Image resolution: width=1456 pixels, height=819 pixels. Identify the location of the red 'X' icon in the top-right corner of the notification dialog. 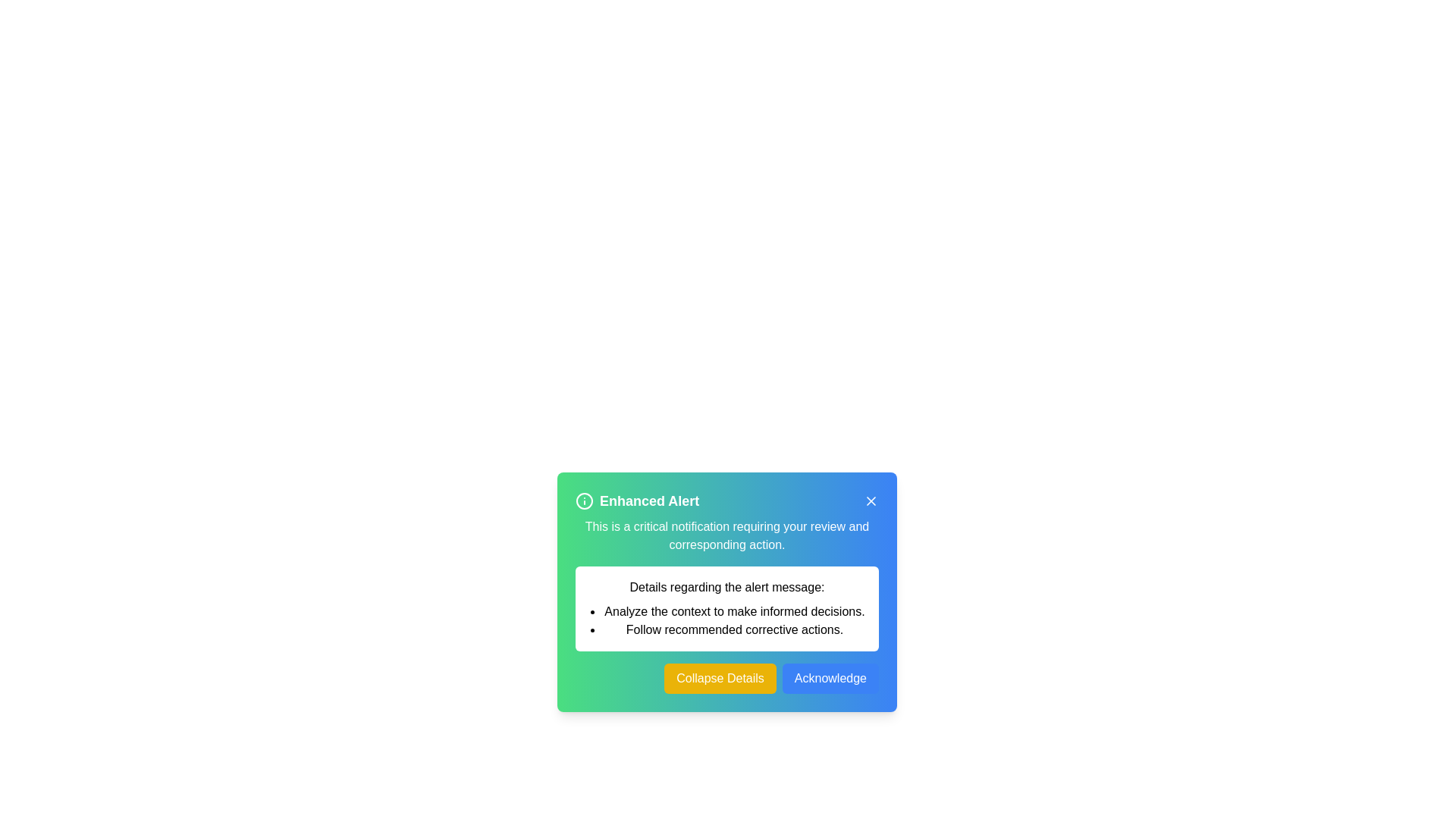
(871, 500).